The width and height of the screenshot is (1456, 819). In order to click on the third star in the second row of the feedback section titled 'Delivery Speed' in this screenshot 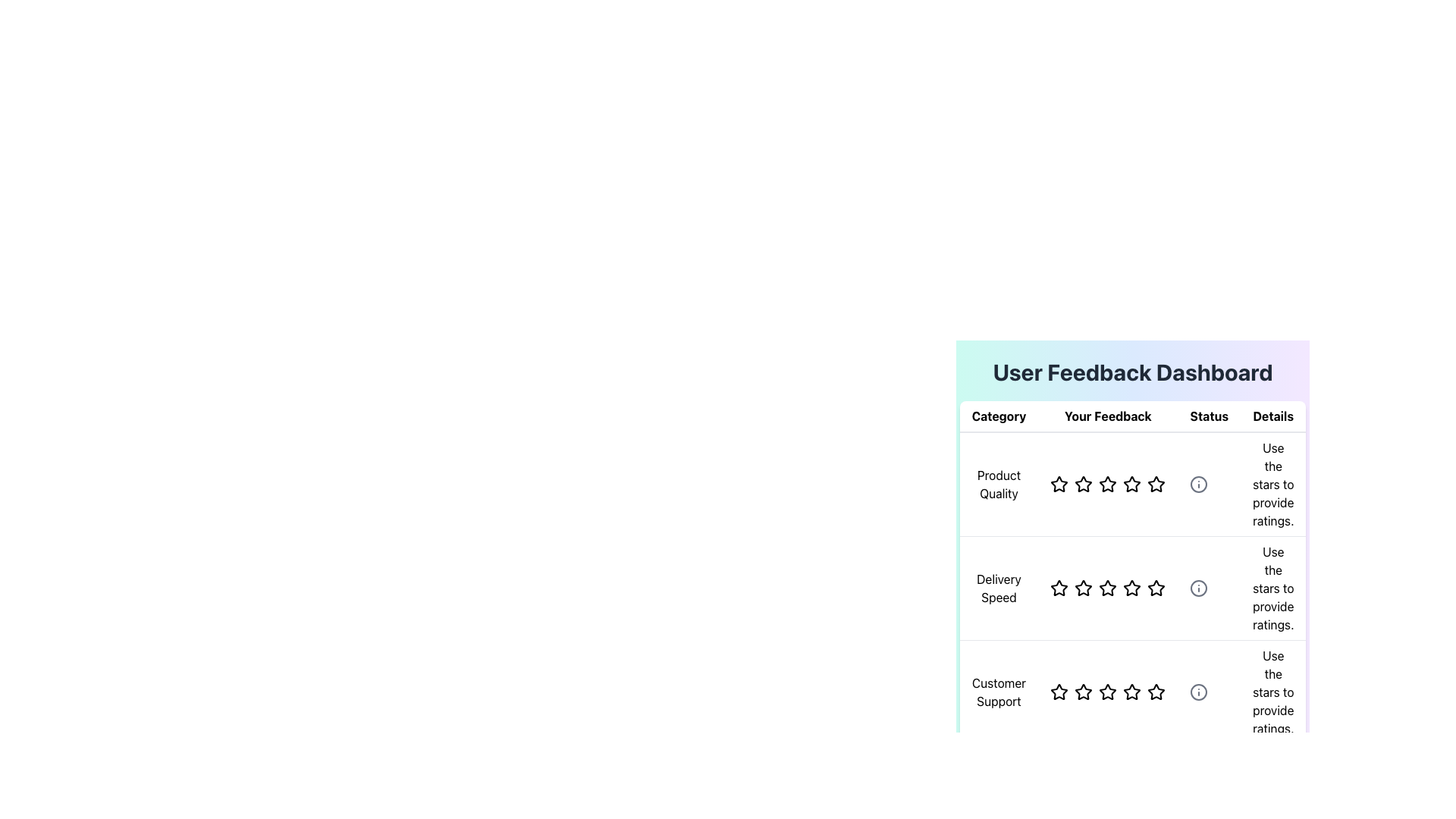, I will do `click(1108, 587)`.